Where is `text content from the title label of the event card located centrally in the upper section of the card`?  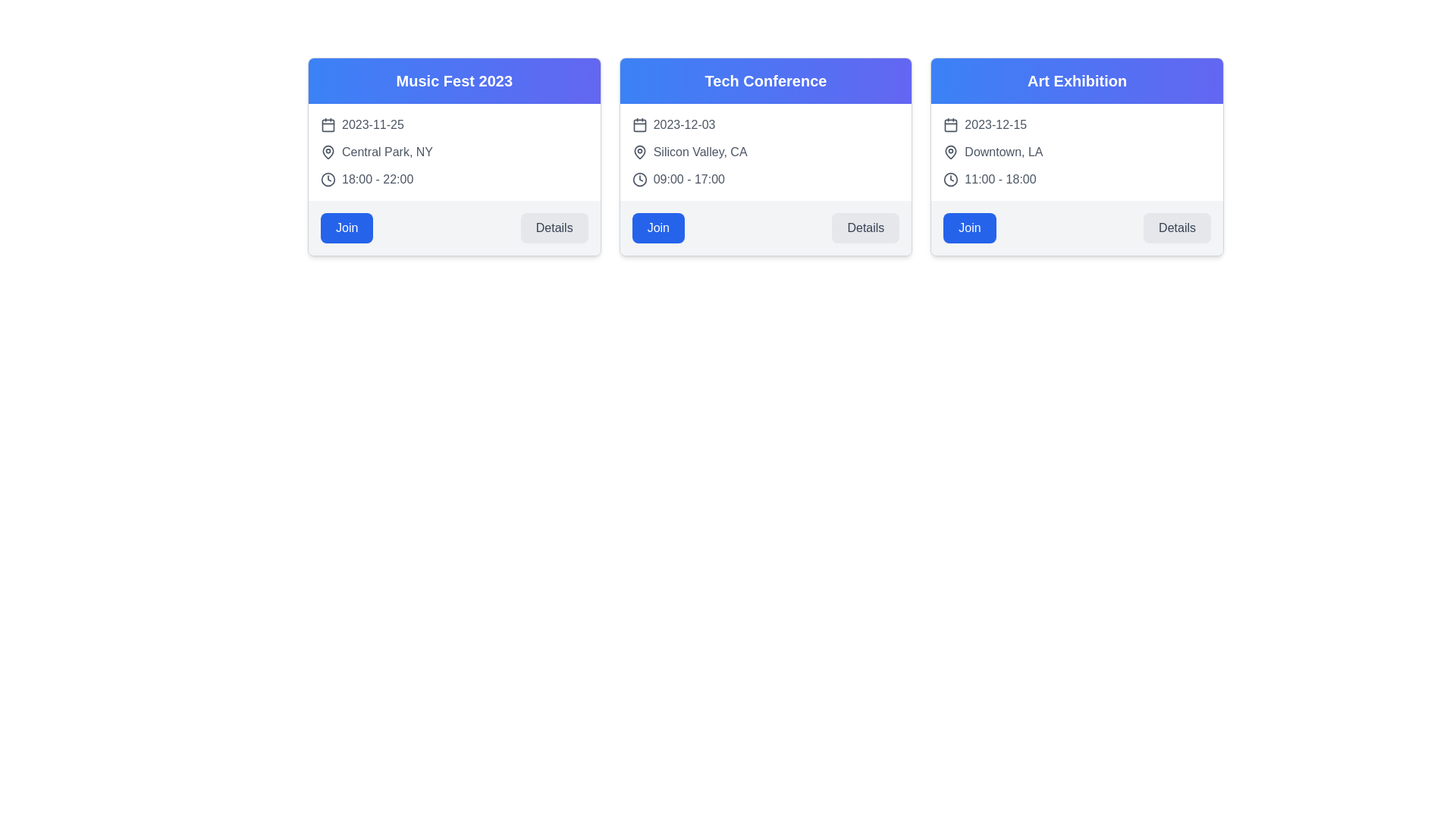
text content from the title label of the event card located centrally in the upper section of the card is located at coordinates (765, 81).